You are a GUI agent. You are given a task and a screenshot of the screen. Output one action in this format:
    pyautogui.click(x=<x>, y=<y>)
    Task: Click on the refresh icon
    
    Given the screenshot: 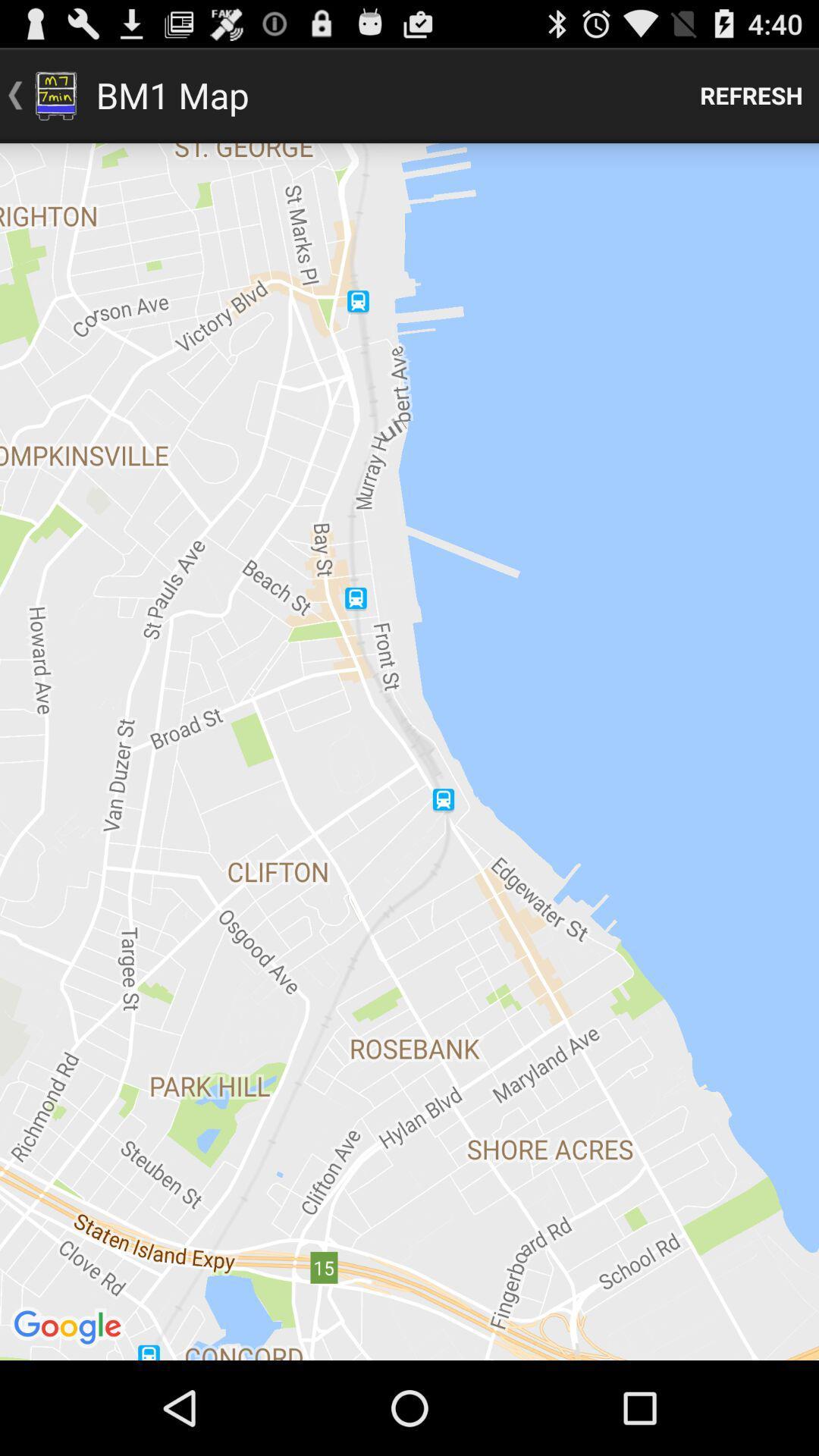 What is the action you would take?
    pyautogui.click(x=752, y=94)
    